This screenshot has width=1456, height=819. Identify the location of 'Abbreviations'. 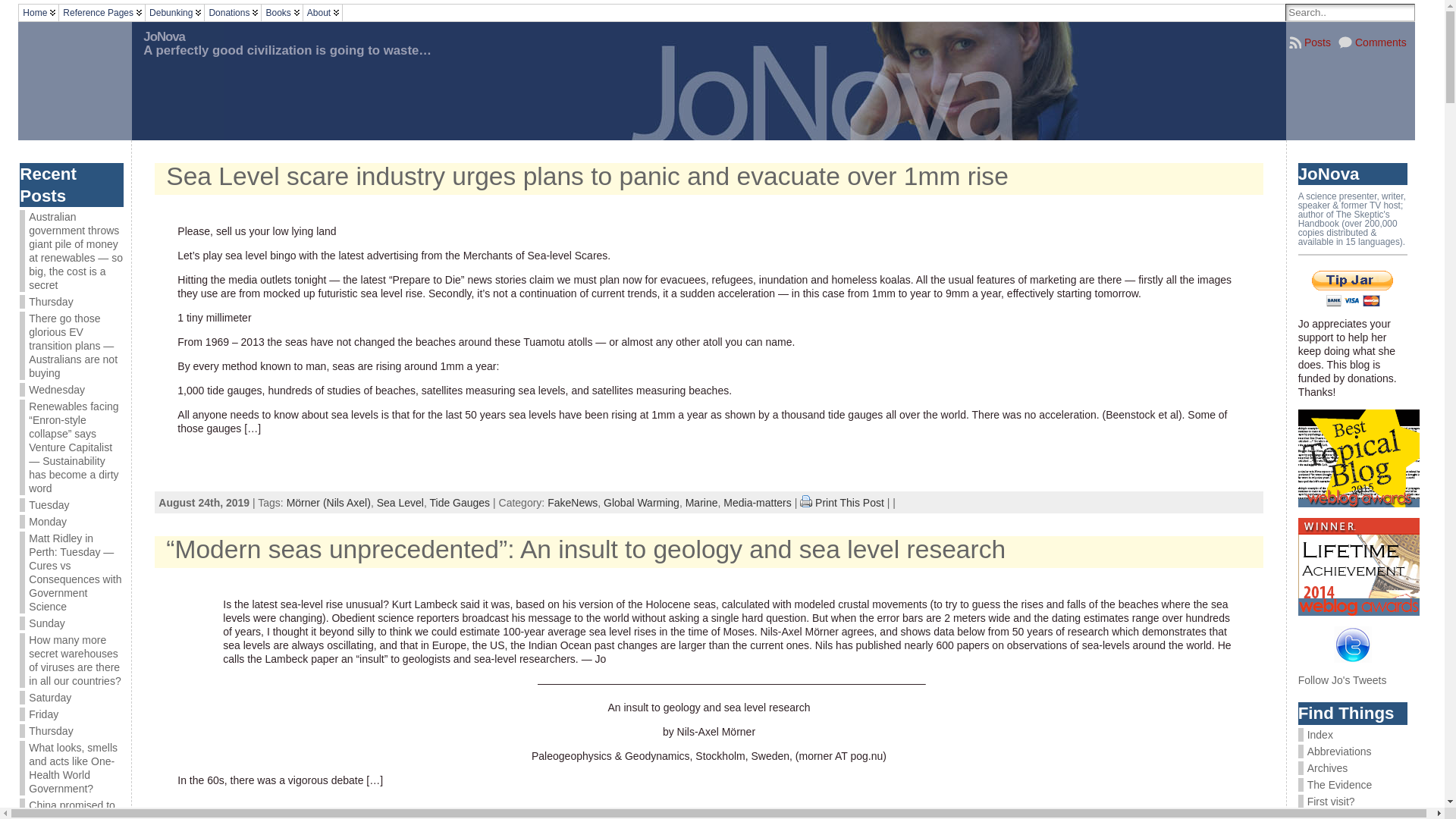
(1298, 752).